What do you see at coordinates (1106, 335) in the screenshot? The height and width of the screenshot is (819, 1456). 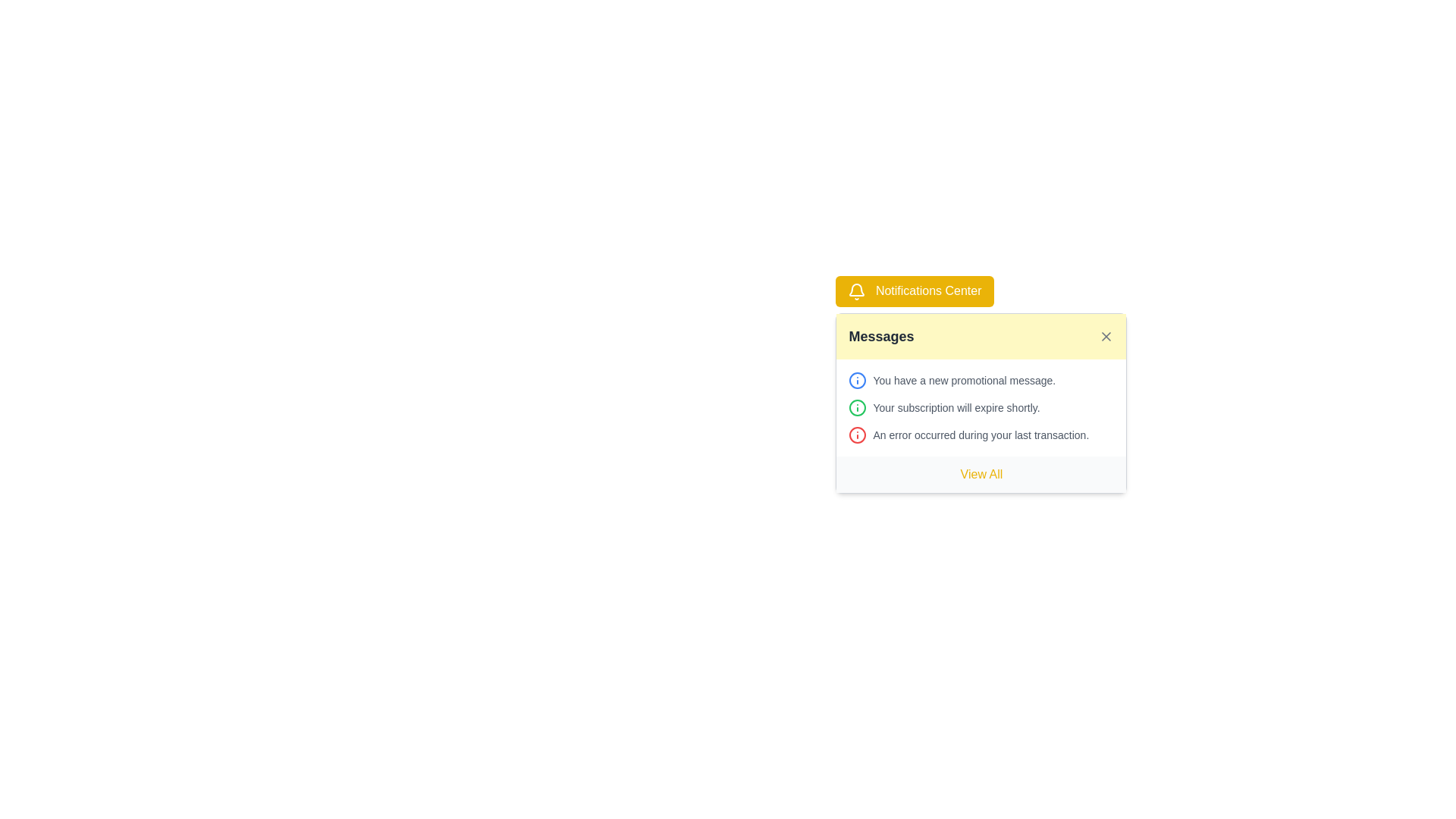 I see `the close button represented by an 'X' icon located at the top-right corner of the 'Messages' section` at bounding box center [1106, 335].